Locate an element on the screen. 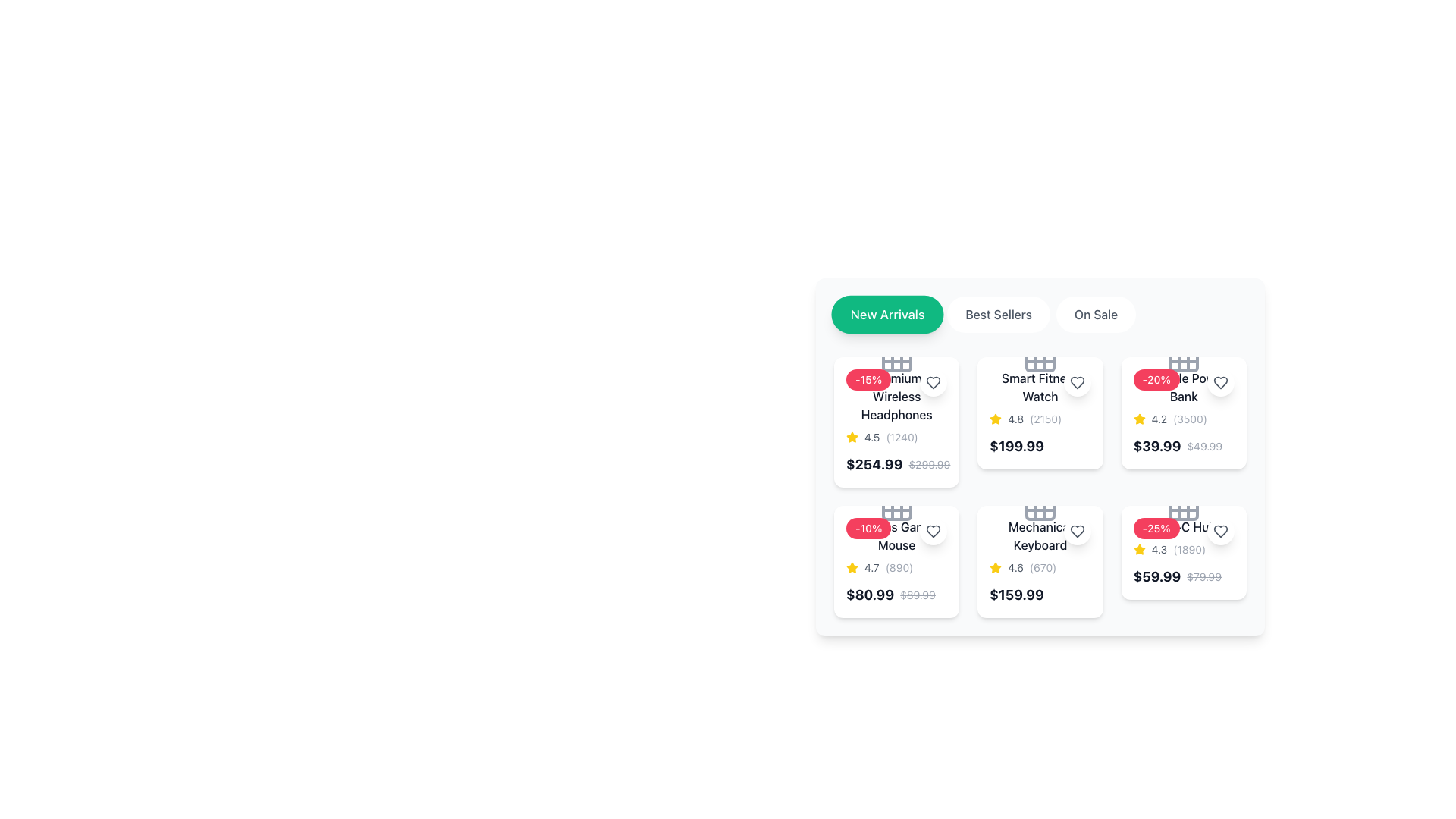  the heart-shaped icon located in the top-right corner of the product card for 'Premium Wireless Headphones' to favorite the item is located at coordinates (933, 382).